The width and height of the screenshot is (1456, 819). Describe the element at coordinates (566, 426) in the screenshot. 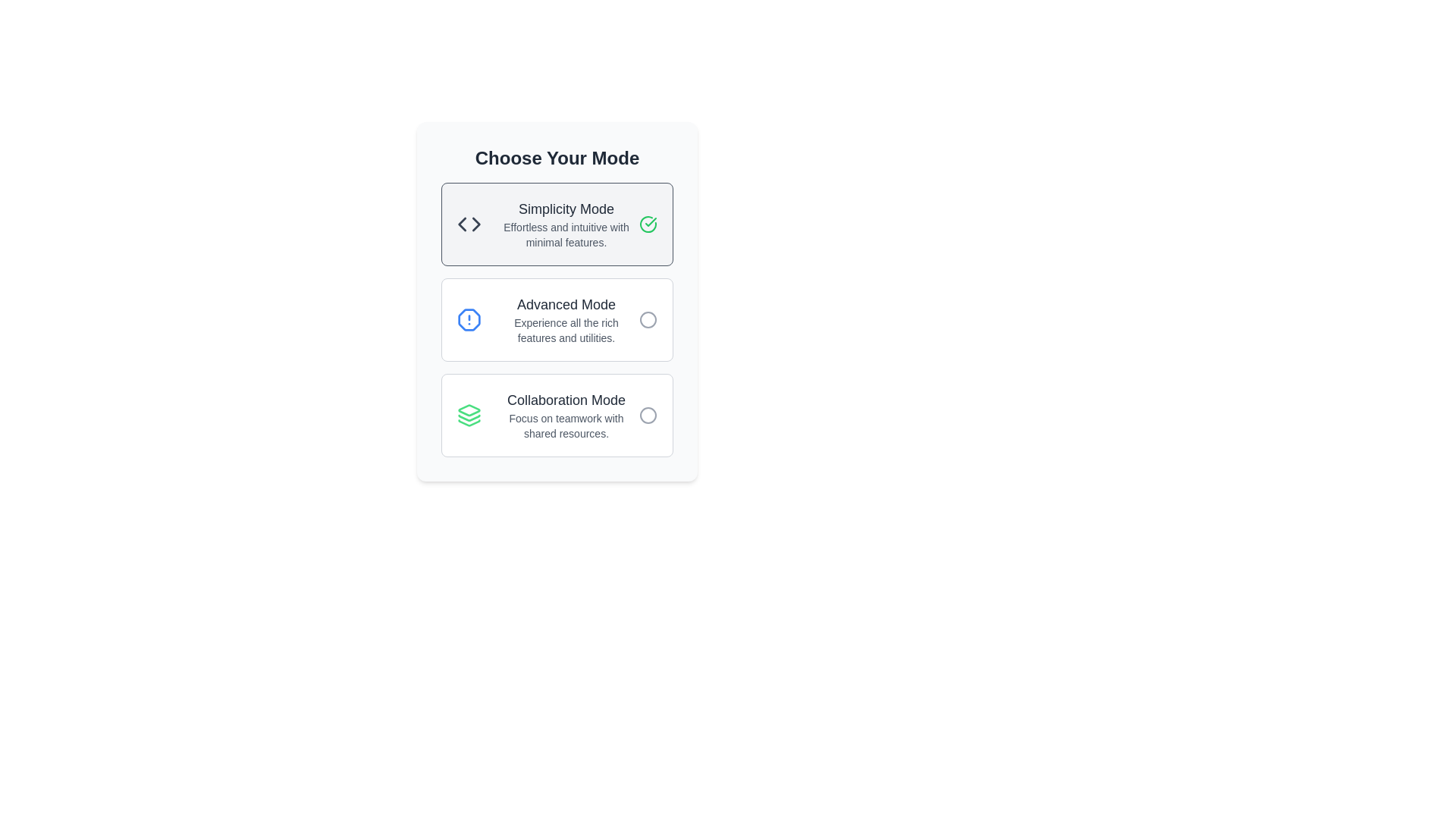

I see `the text element displaying 'Focus on teamwork with shared resources.' located below the 'Collaboration Mode' title in the bottom-right part of a card structure` at that location.